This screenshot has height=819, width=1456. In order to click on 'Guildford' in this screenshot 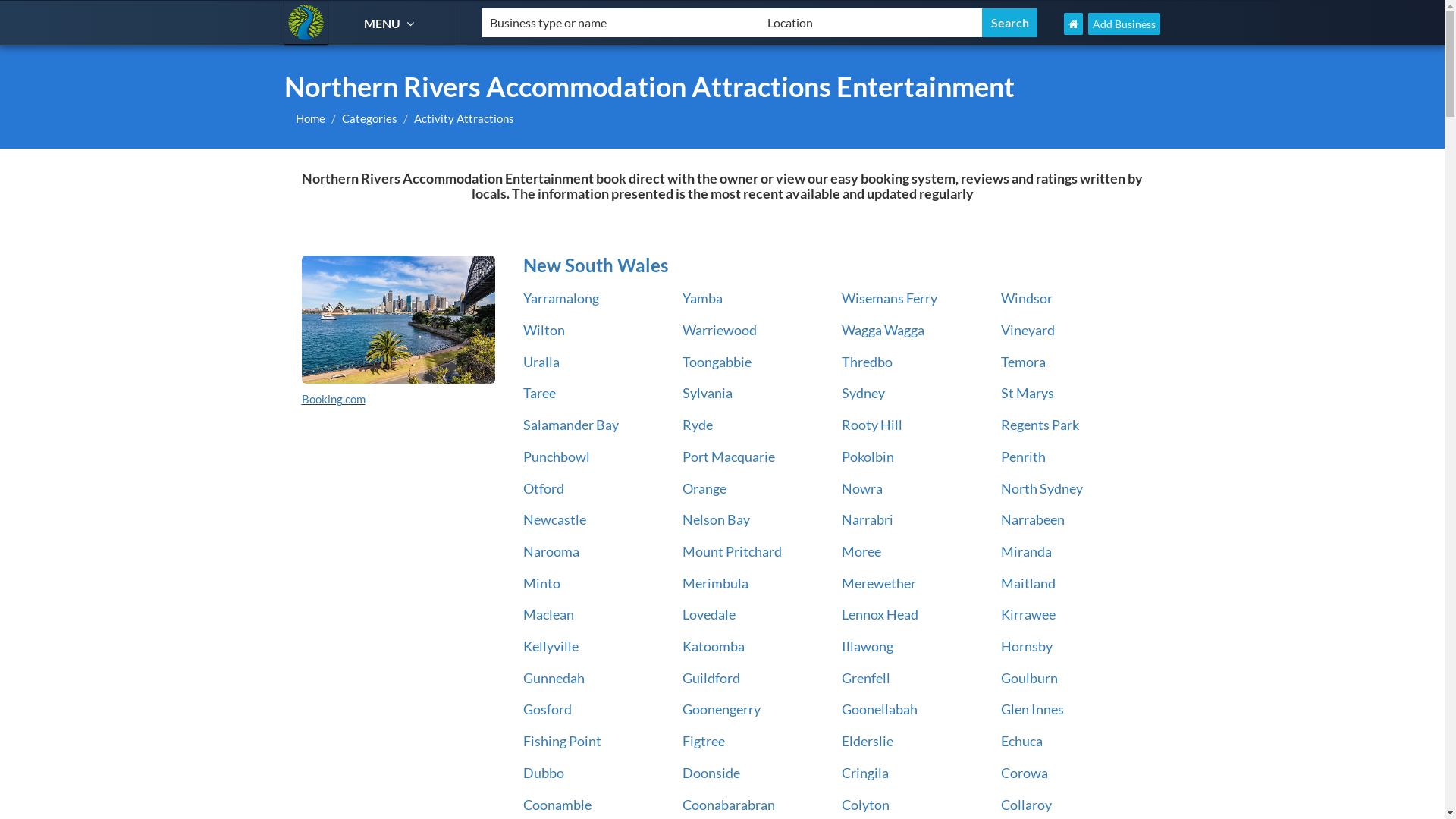, I will do `click(710, 677)`.